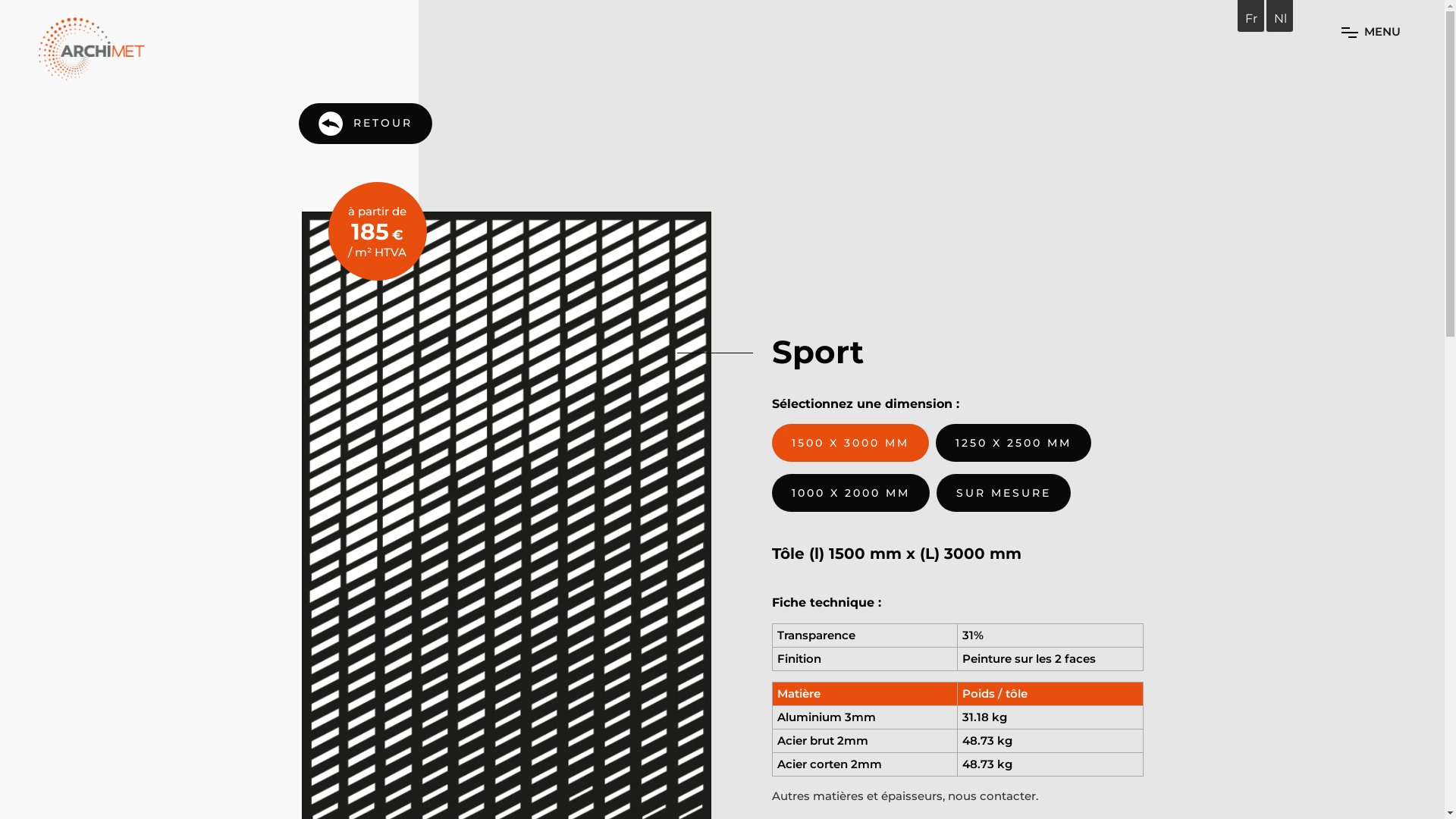  Describe the element at coordinates (1251, 18) in the screenshot. I see `'Fr'` at that location.